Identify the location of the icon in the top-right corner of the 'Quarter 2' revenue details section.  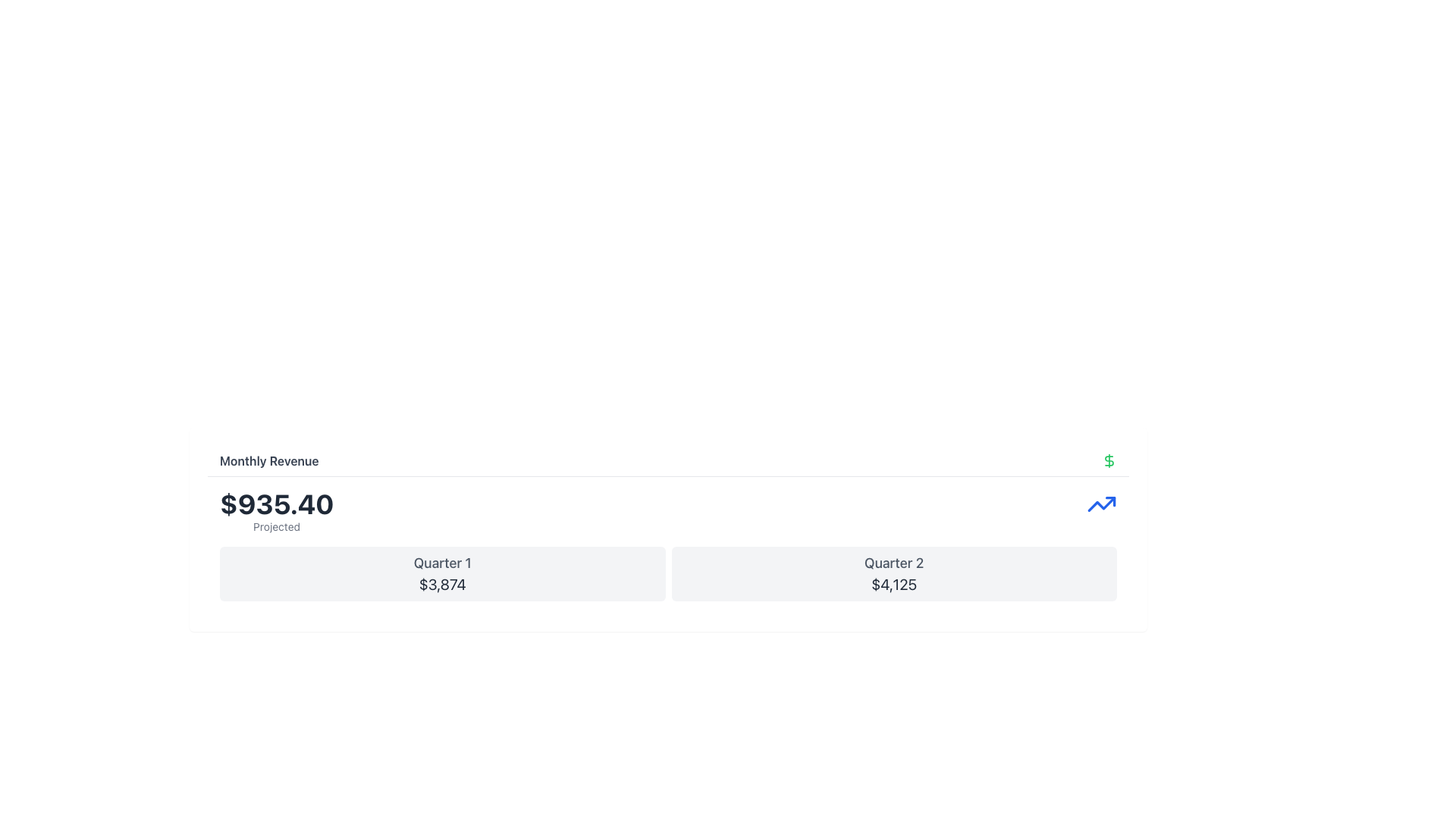
(1102, 504).